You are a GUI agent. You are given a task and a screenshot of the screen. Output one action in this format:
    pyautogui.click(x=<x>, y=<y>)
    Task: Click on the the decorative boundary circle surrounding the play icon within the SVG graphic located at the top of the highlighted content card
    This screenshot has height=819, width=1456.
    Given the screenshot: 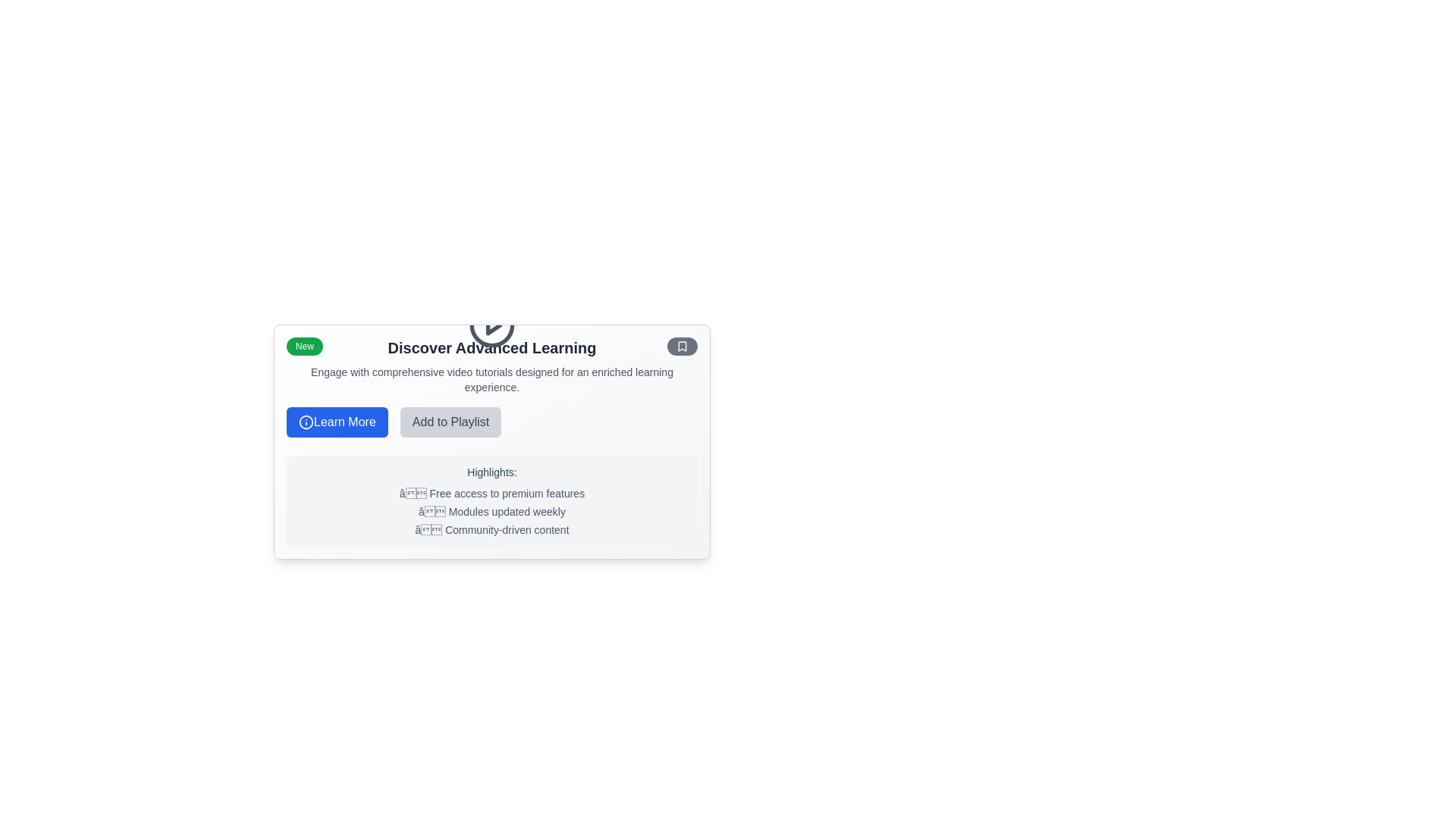 What is the action you would take?
    pyautogui.click(x=491, y=324)
    